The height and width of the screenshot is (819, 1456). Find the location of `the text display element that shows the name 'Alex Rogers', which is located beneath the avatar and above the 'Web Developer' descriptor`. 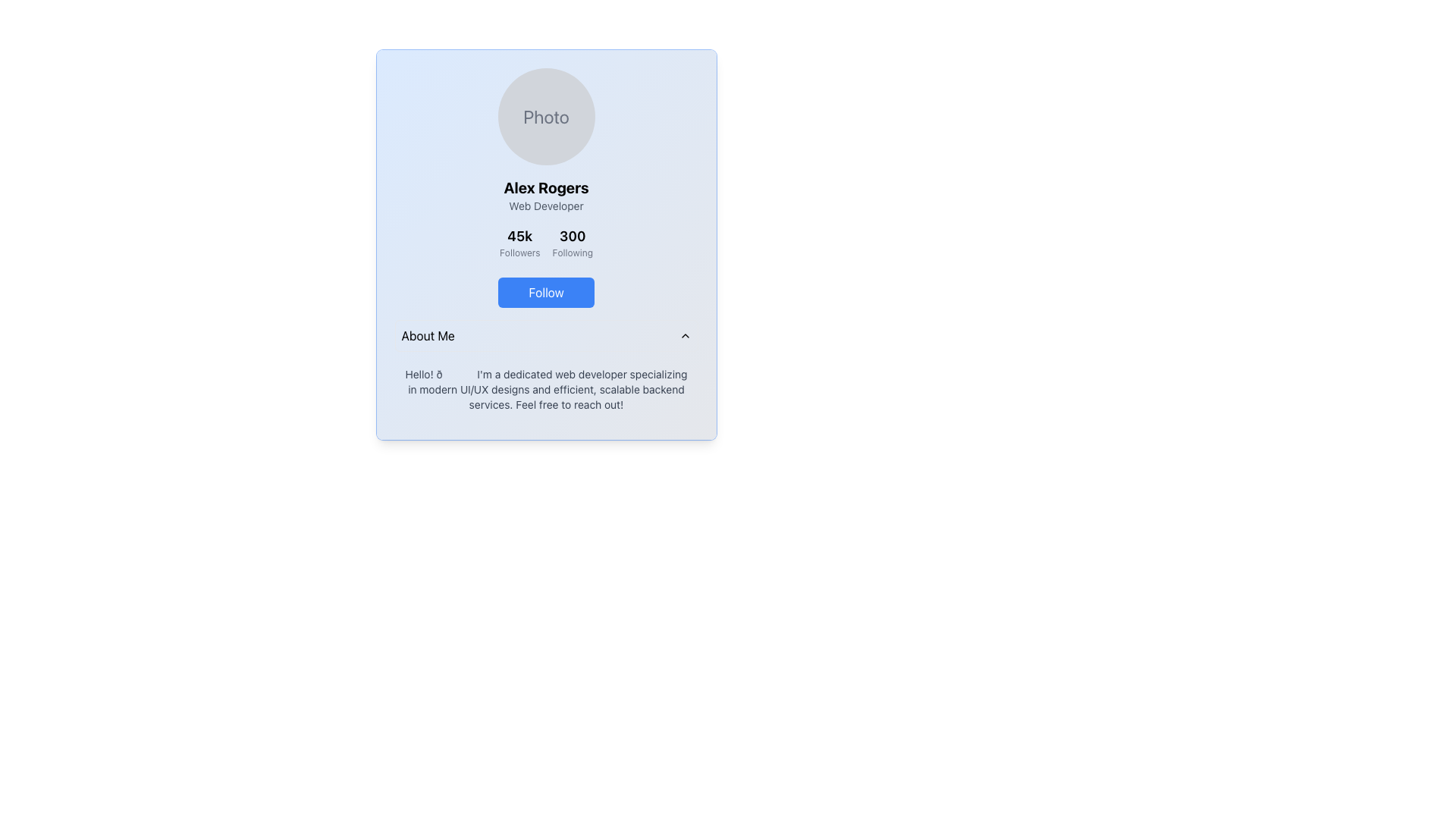

the text display element that shows the name 'Alex Rogers', which is located beneath the avatar and above the 'Web Developer' descriptor is located at coordinates (546, 187).